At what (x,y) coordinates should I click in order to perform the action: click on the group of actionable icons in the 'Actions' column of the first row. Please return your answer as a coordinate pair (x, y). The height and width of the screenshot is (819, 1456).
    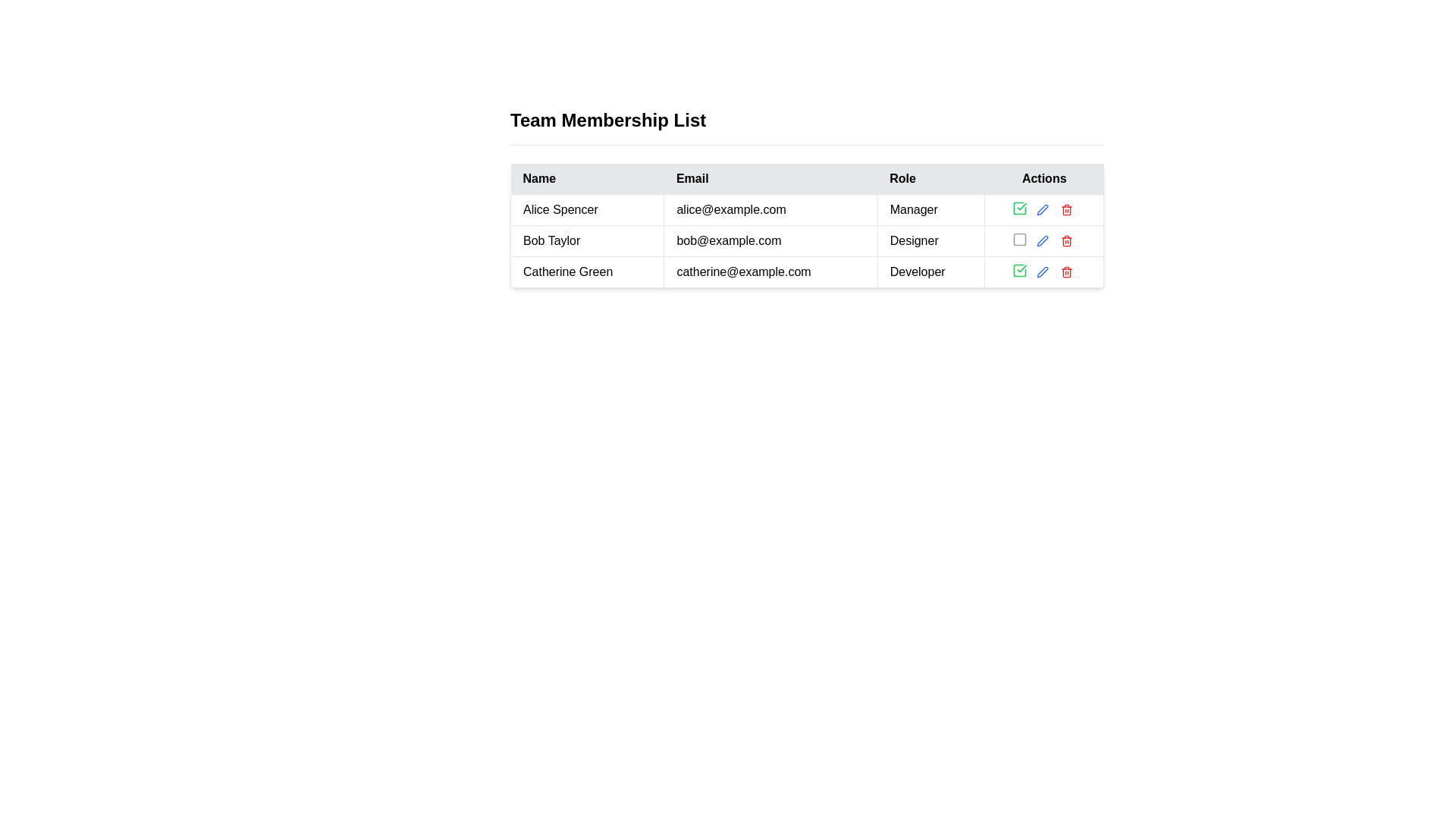
    Looking at the image, I should click on (1043, 210).